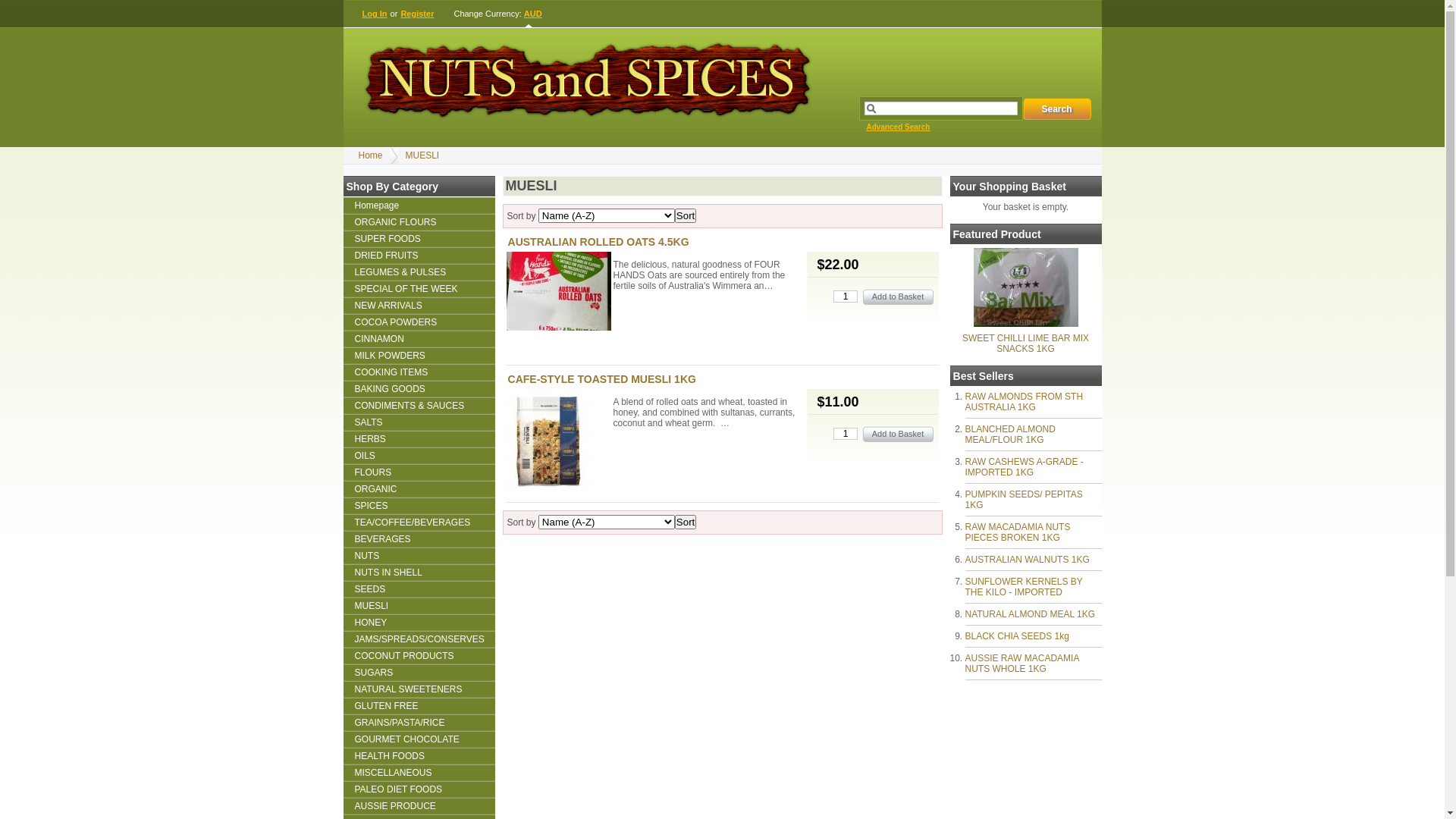 The width and height of the screenshot is (1456, 819). I want to click on 'SPICES', so click(419, 506).